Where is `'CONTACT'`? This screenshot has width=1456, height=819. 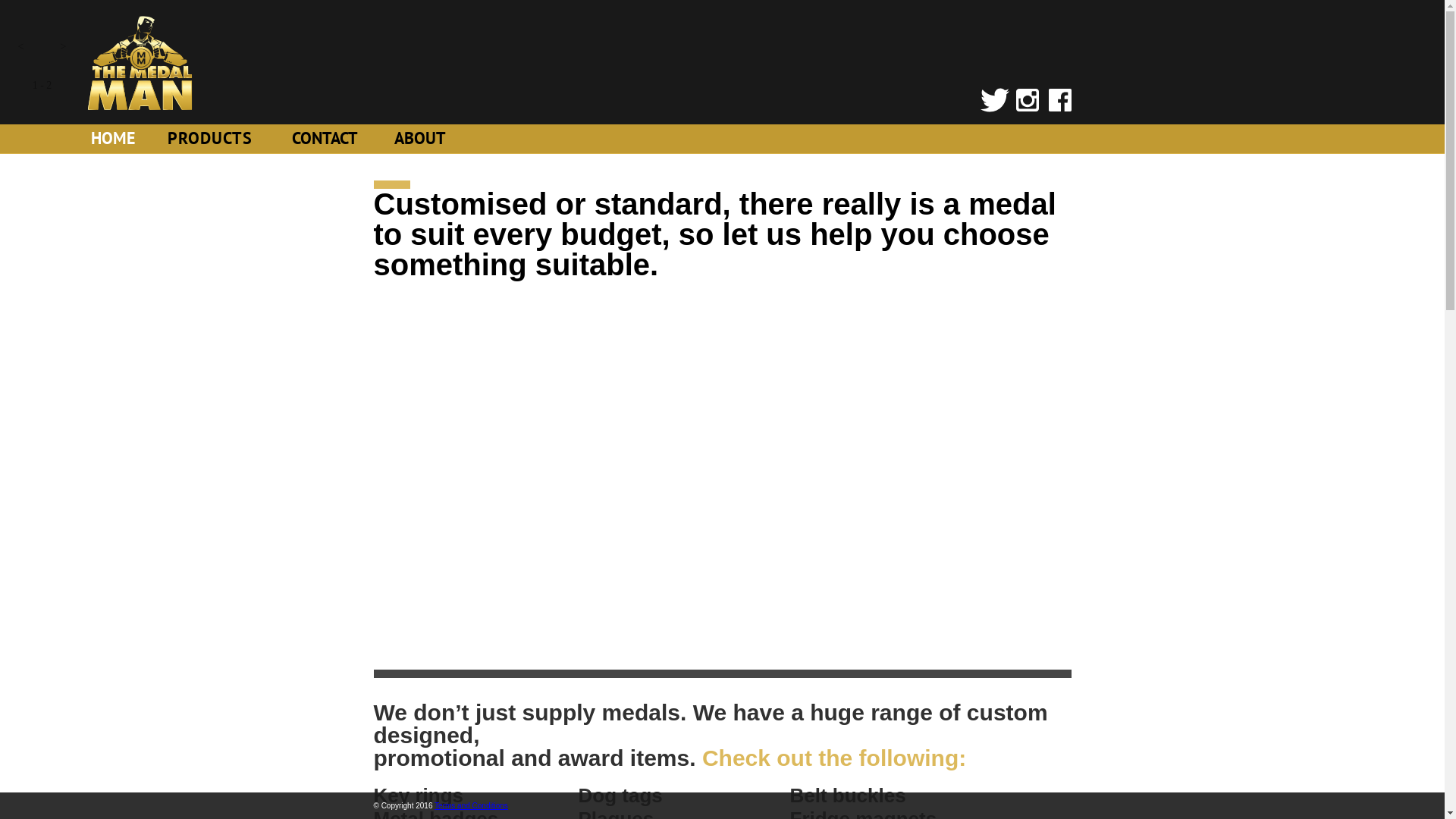 'CONTACT' is located at coordinates (327, 144).